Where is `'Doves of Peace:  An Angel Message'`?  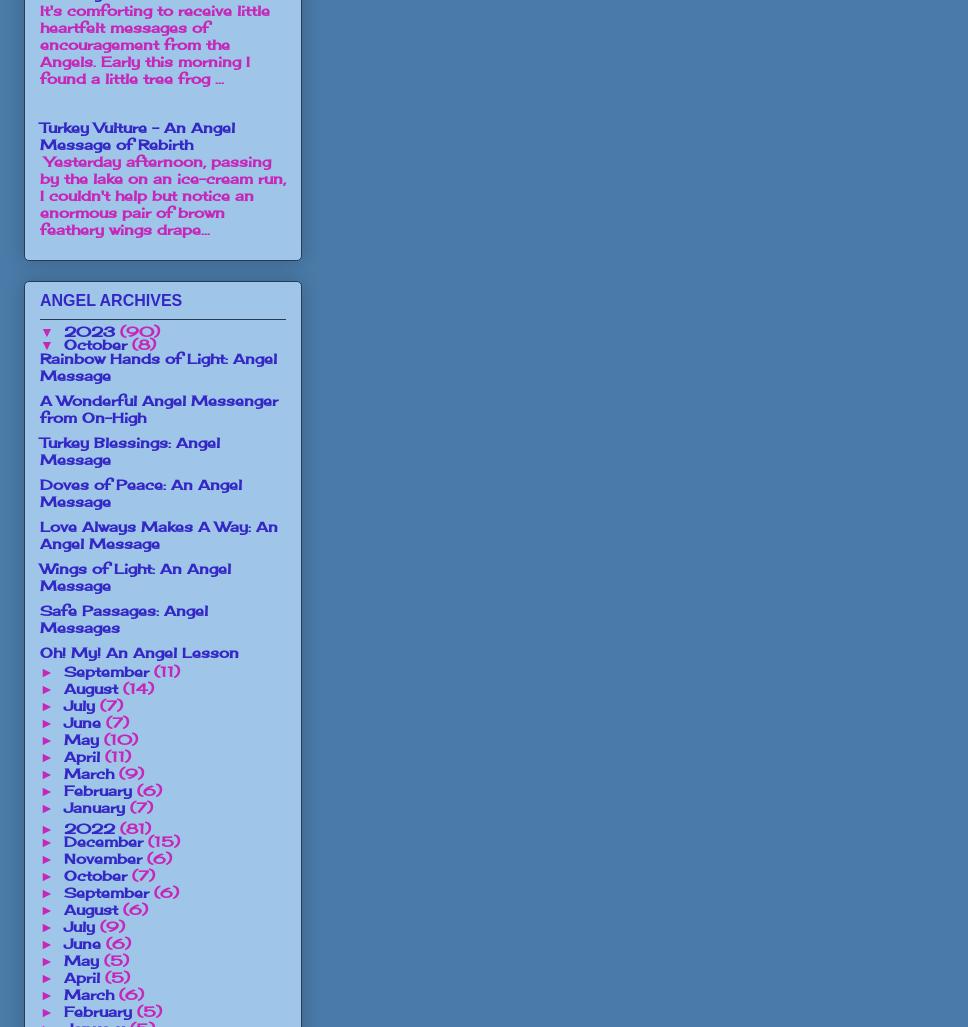 'Doves of Peace:  An Angel Message' is located at coordinates (140, 492).